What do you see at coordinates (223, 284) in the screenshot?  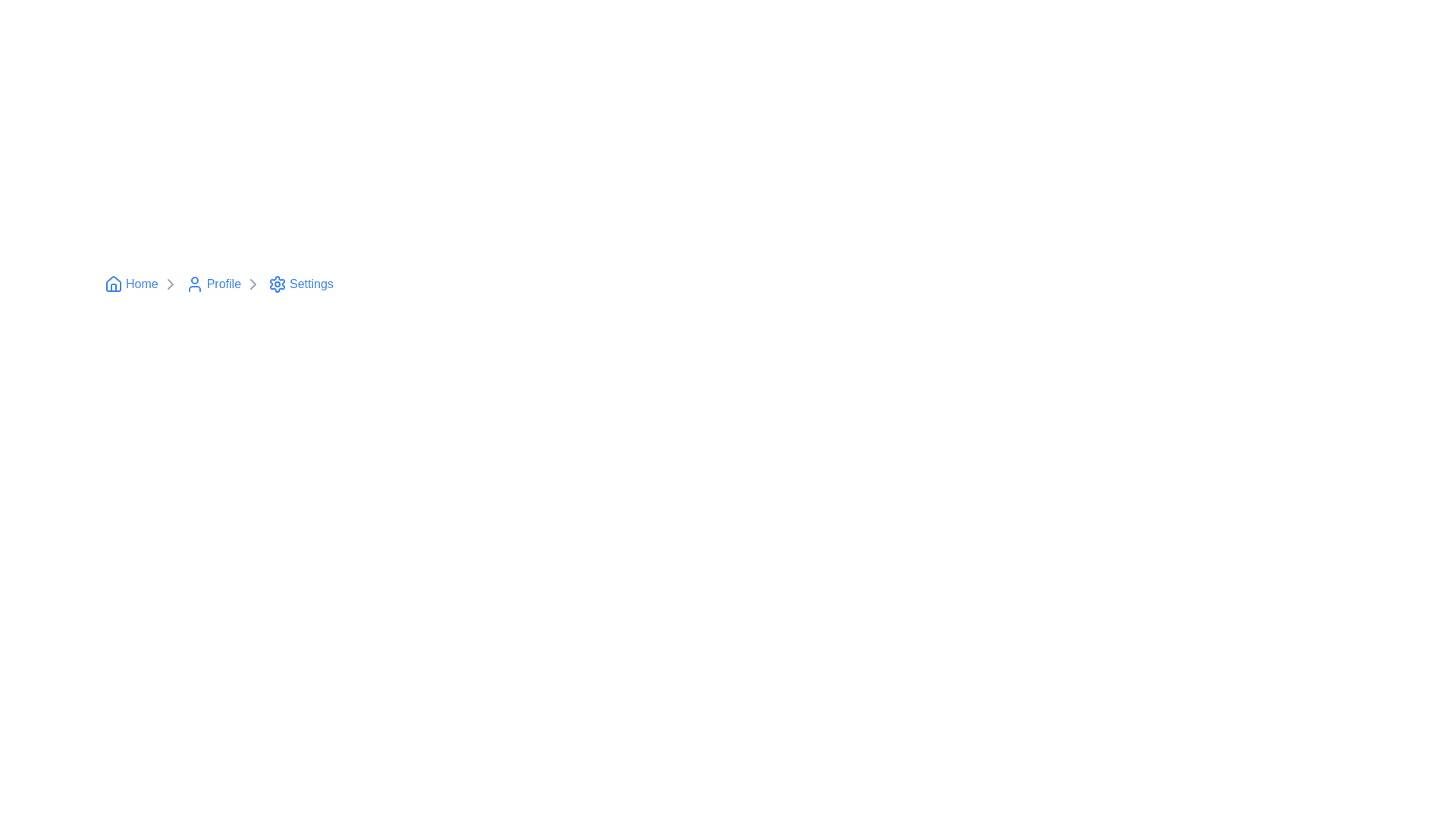 I see `the blue 'Profile' text label in the breadcrumb navigation bar` at bounding box center [223, 284].